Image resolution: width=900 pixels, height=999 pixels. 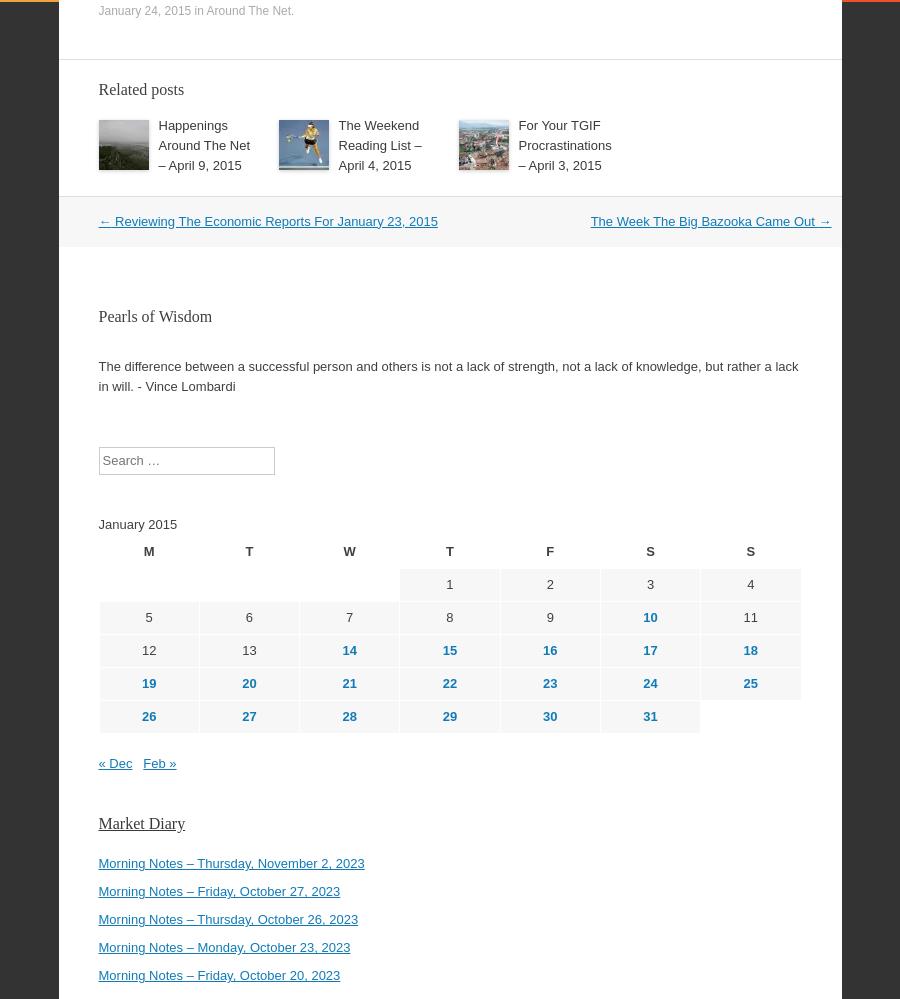 What do you see at coordinates (272, 165) in the screenshot?
I see `'Reviewing The Economic Reports For January 23, 2015'` at bounding box center [272, 165].